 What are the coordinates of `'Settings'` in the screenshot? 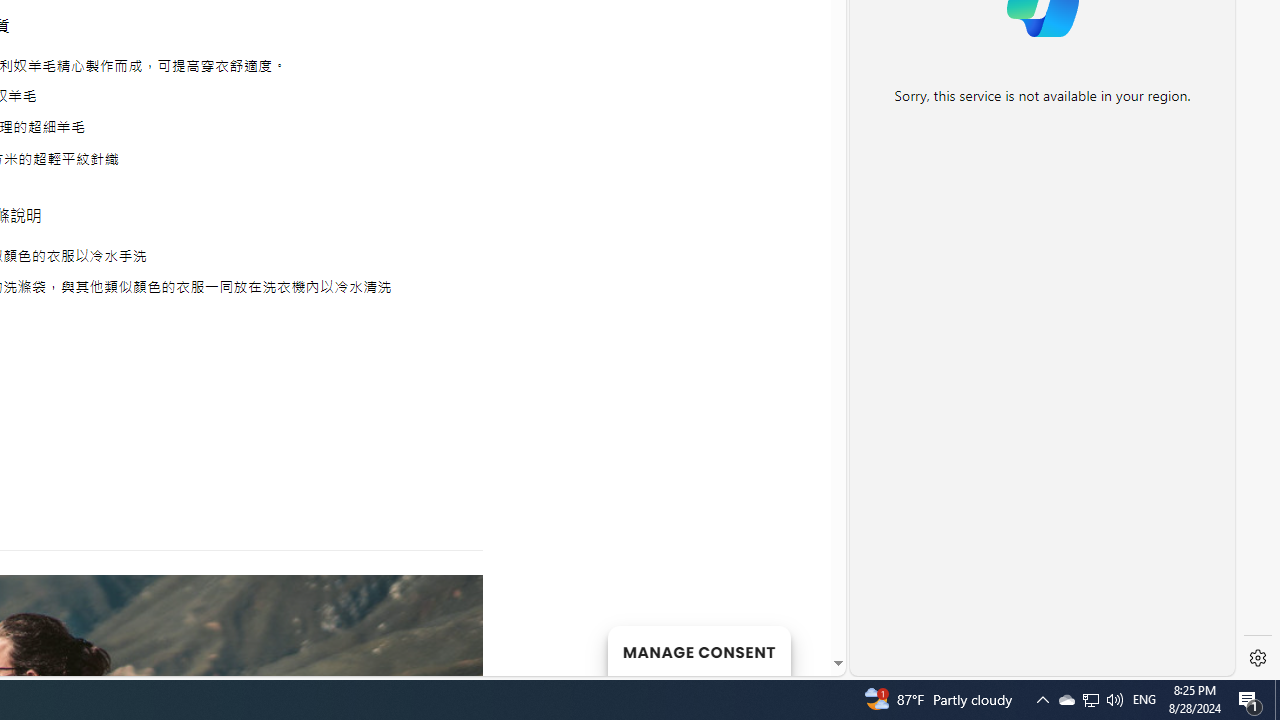 It's located at (1257, 658).